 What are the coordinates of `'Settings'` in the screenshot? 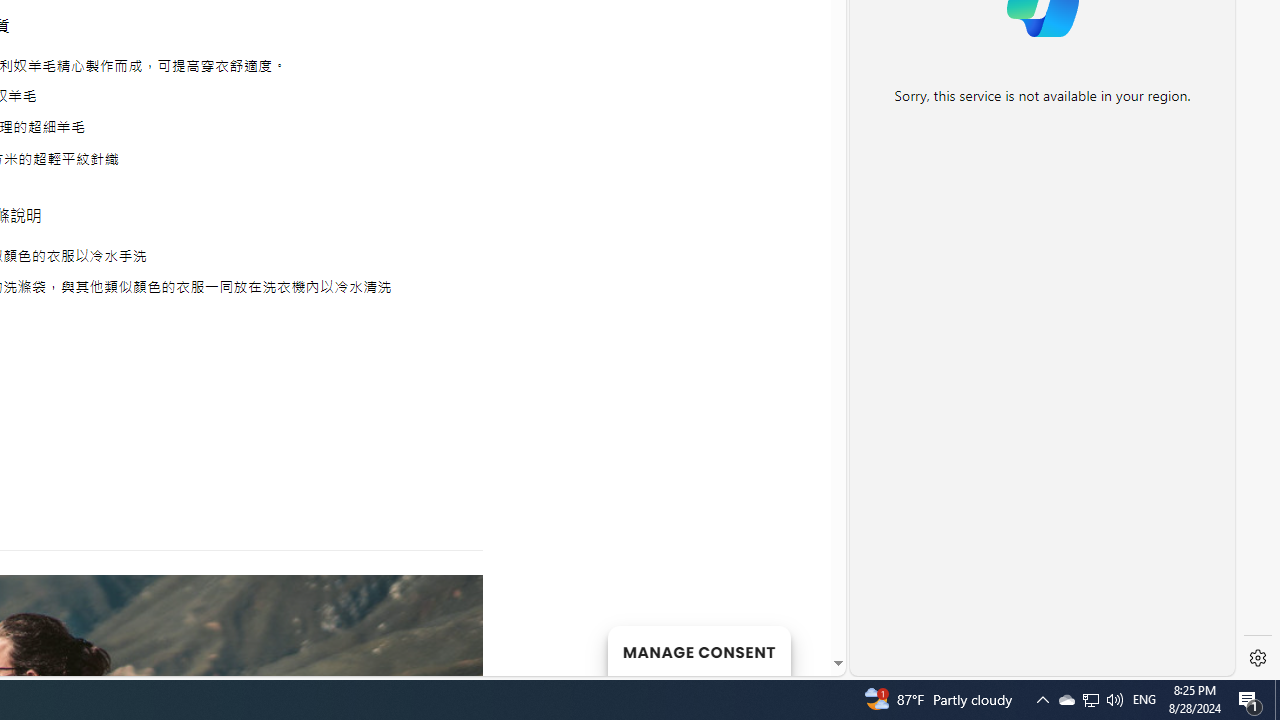 It's located at (1257, 658).